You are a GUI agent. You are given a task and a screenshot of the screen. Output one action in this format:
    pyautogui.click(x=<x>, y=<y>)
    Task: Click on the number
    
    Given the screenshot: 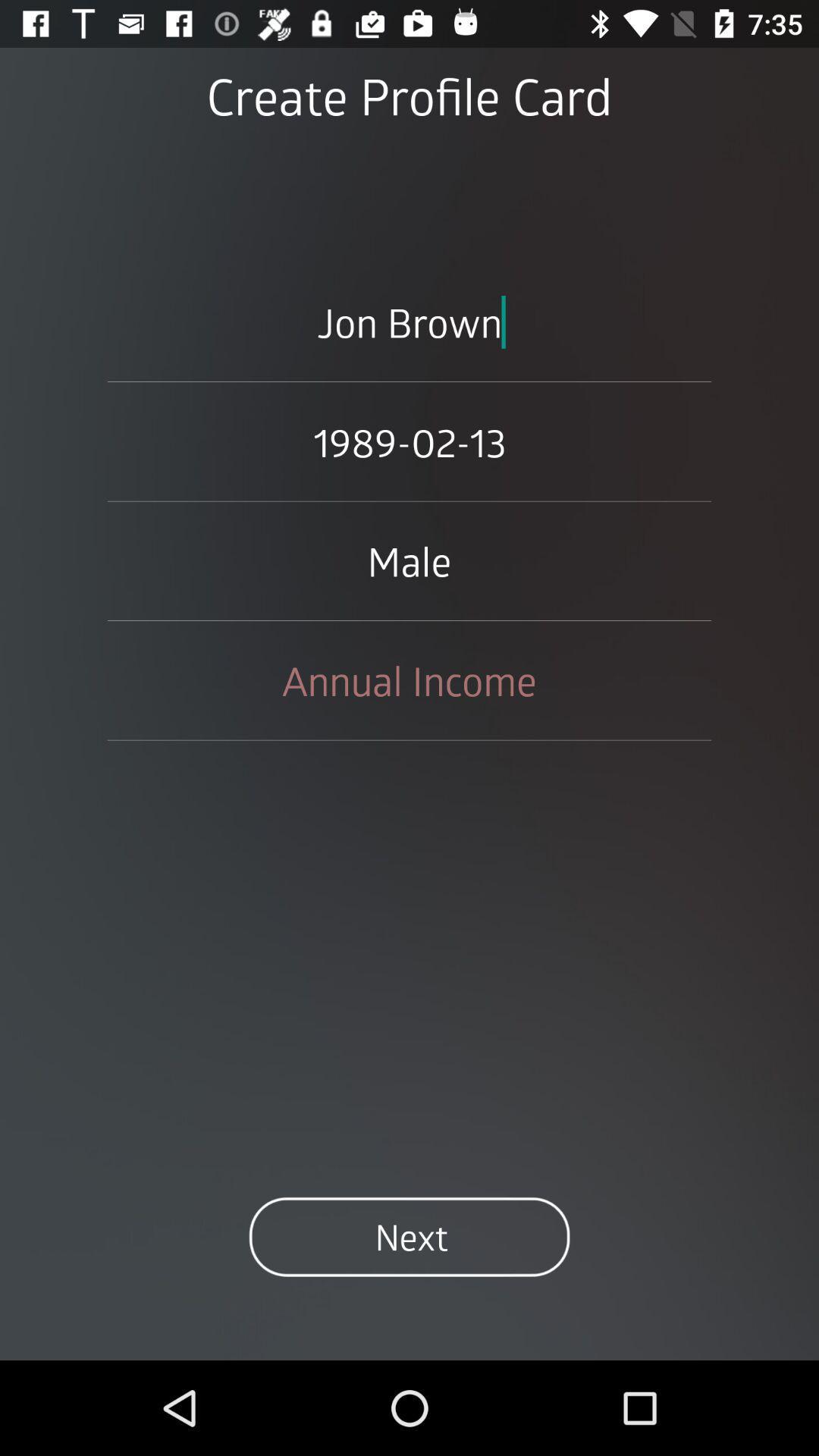 What is the action you would take?
    pyautogui.click(x=409, y=679)
    